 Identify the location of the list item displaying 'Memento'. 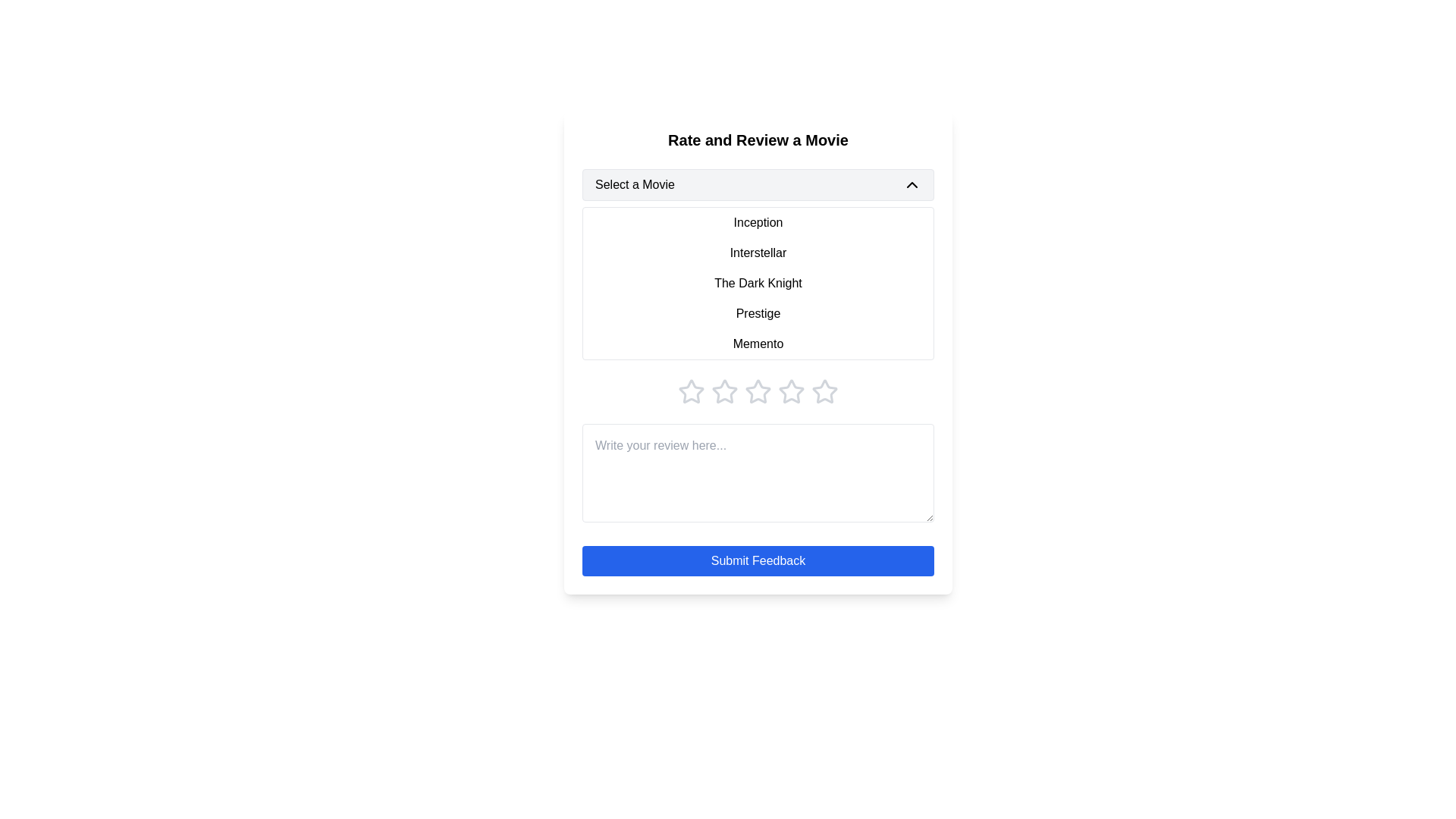
(758, 344).